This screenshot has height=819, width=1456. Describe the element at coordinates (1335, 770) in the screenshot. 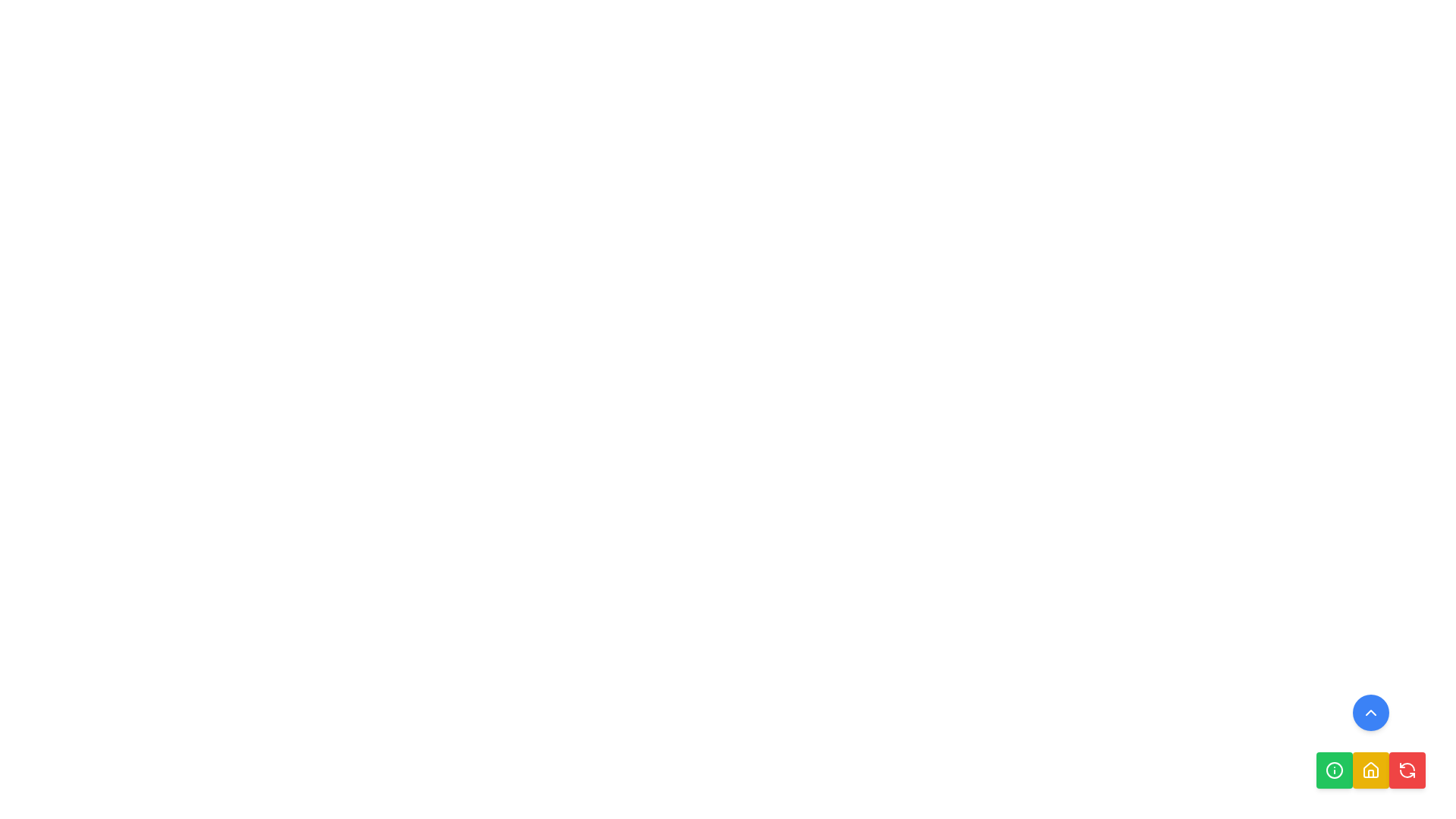

I see `the green rectangular button with rounded corners featuring a white circular 'i' icon` at that location.